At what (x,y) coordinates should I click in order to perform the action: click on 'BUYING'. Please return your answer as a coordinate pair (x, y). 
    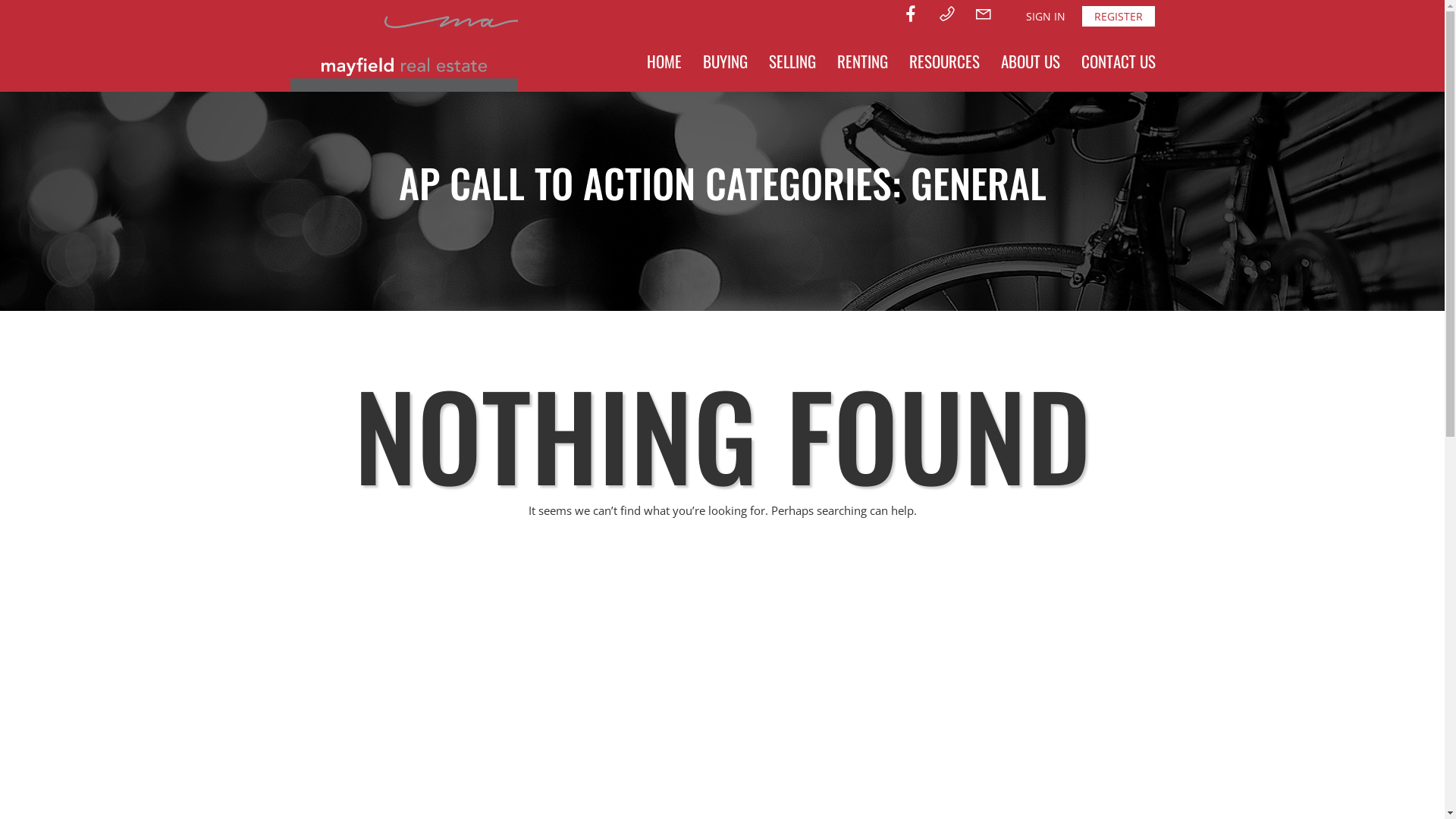
    Looking at the image, I should click on (723, 61).